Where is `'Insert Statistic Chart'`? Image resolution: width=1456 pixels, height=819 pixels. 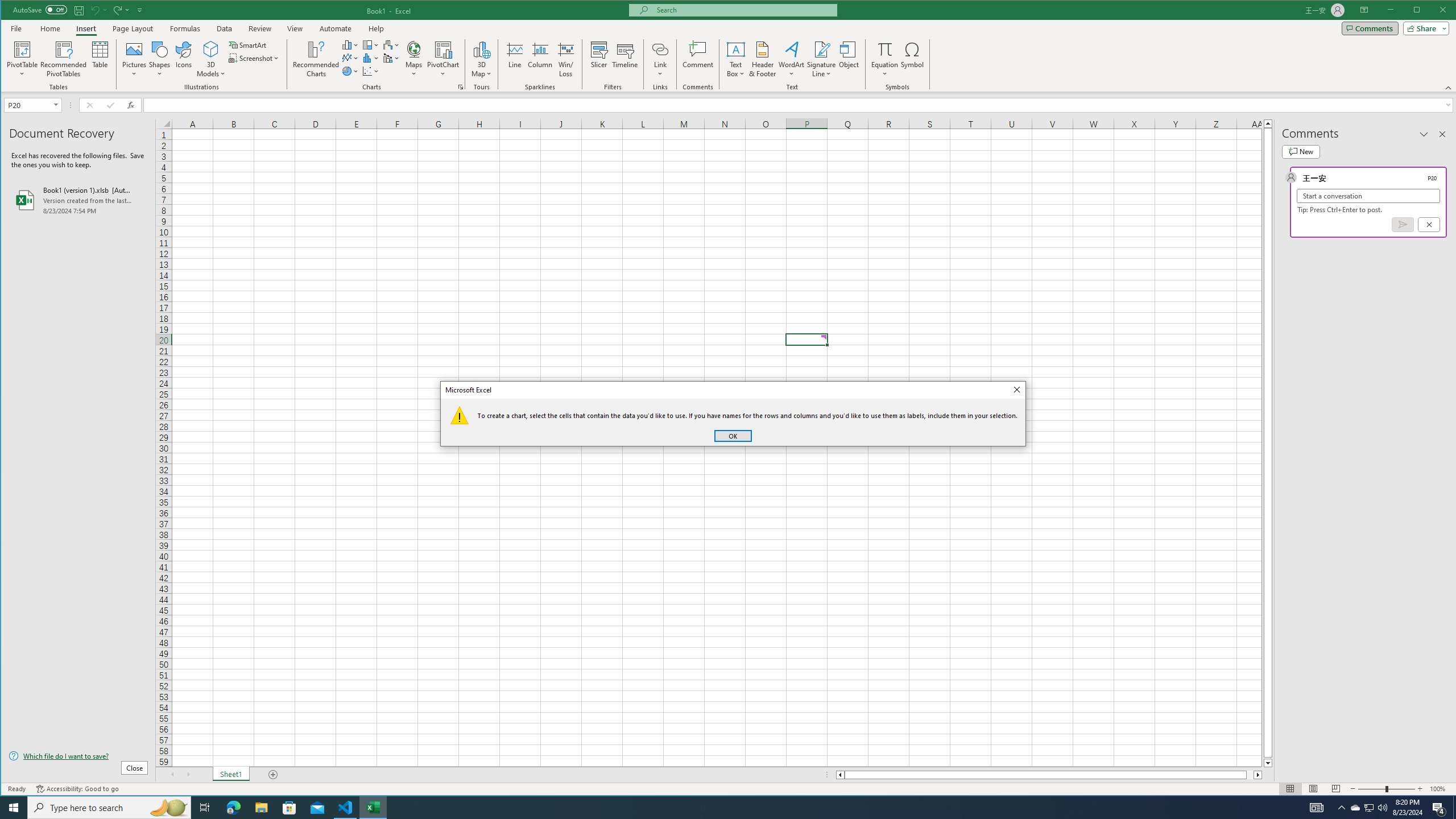
'Insert Statistic Chart' is located at coordinates (371, 58).